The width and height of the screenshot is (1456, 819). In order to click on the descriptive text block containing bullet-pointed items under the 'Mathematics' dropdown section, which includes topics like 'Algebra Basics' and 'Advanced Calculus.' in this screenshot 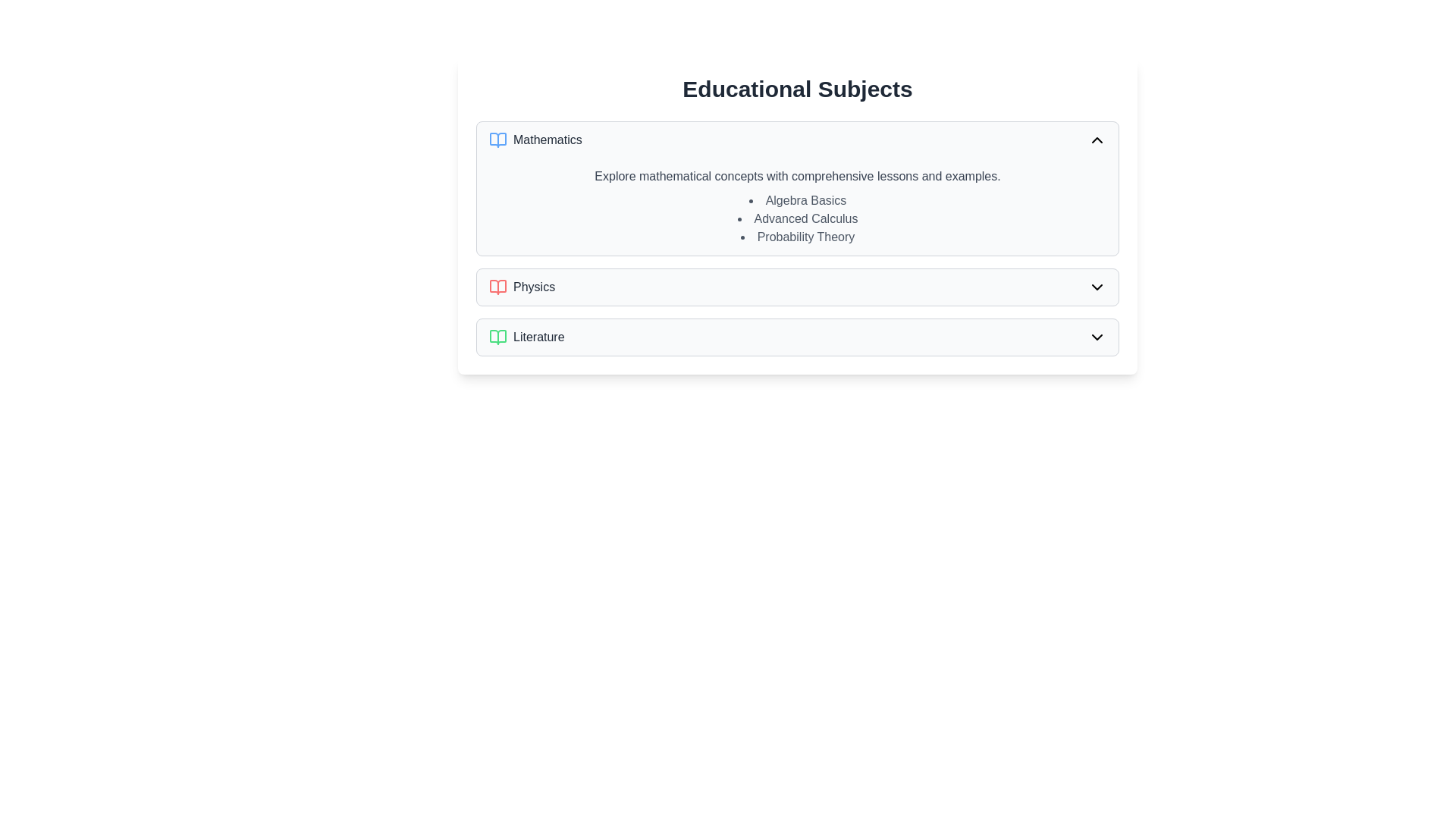, I will do `click(796, 207)`.